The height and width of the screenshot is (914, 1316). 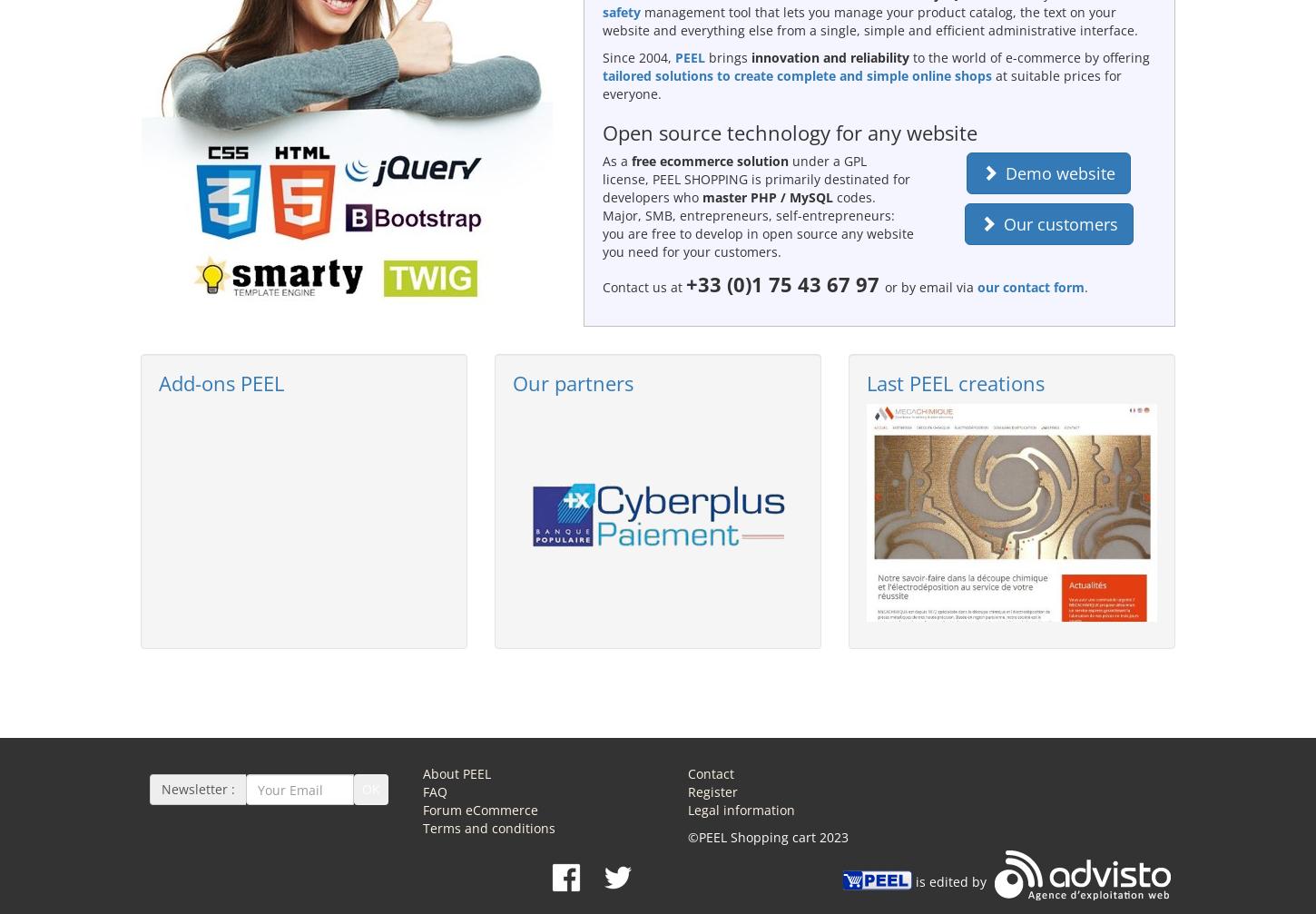 What do you see at coordinates (928, 287) in the screenshot?
I see `'or by email via'` at bounding box center [928, 287].